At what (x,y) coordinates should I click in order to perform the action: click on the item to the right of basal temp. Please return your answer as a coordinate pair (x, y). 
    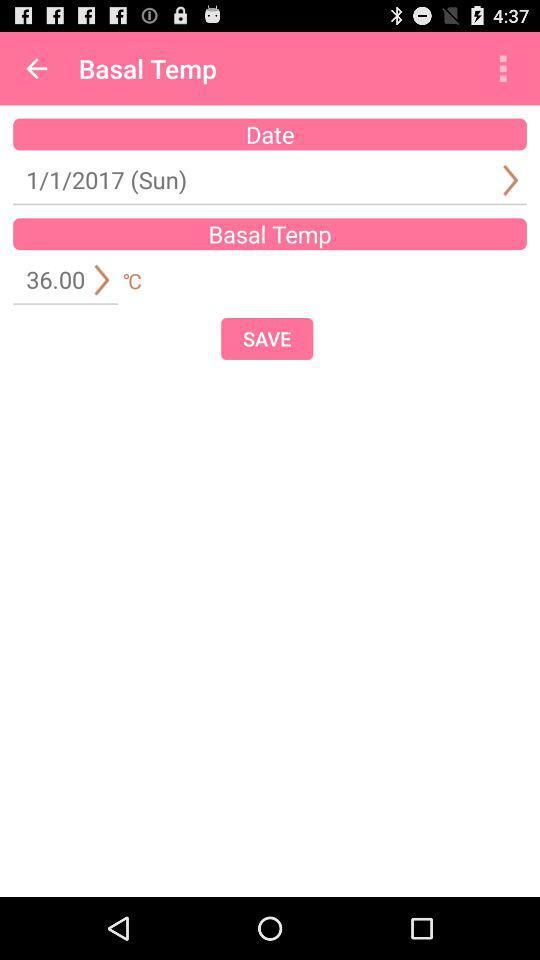
    Looking at the image, I should click on (502, 68).